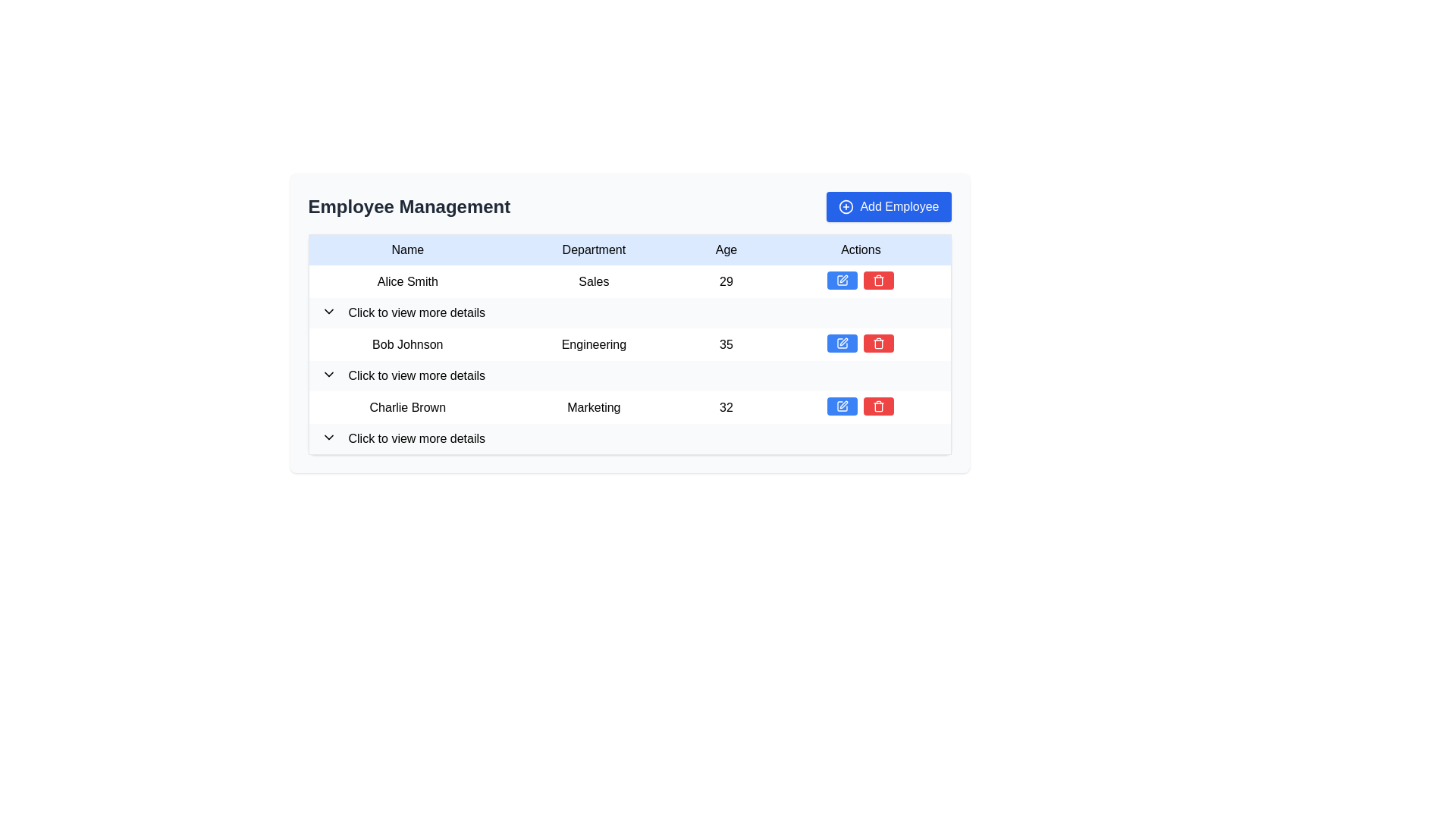  What do you see at coordinates (846, 207) in the screenshot?
I see `the circular icon with a plus sign inside, which is located within the 'Add Employee' button at the top-right corner of the interface` at bounding box center [846, 207].